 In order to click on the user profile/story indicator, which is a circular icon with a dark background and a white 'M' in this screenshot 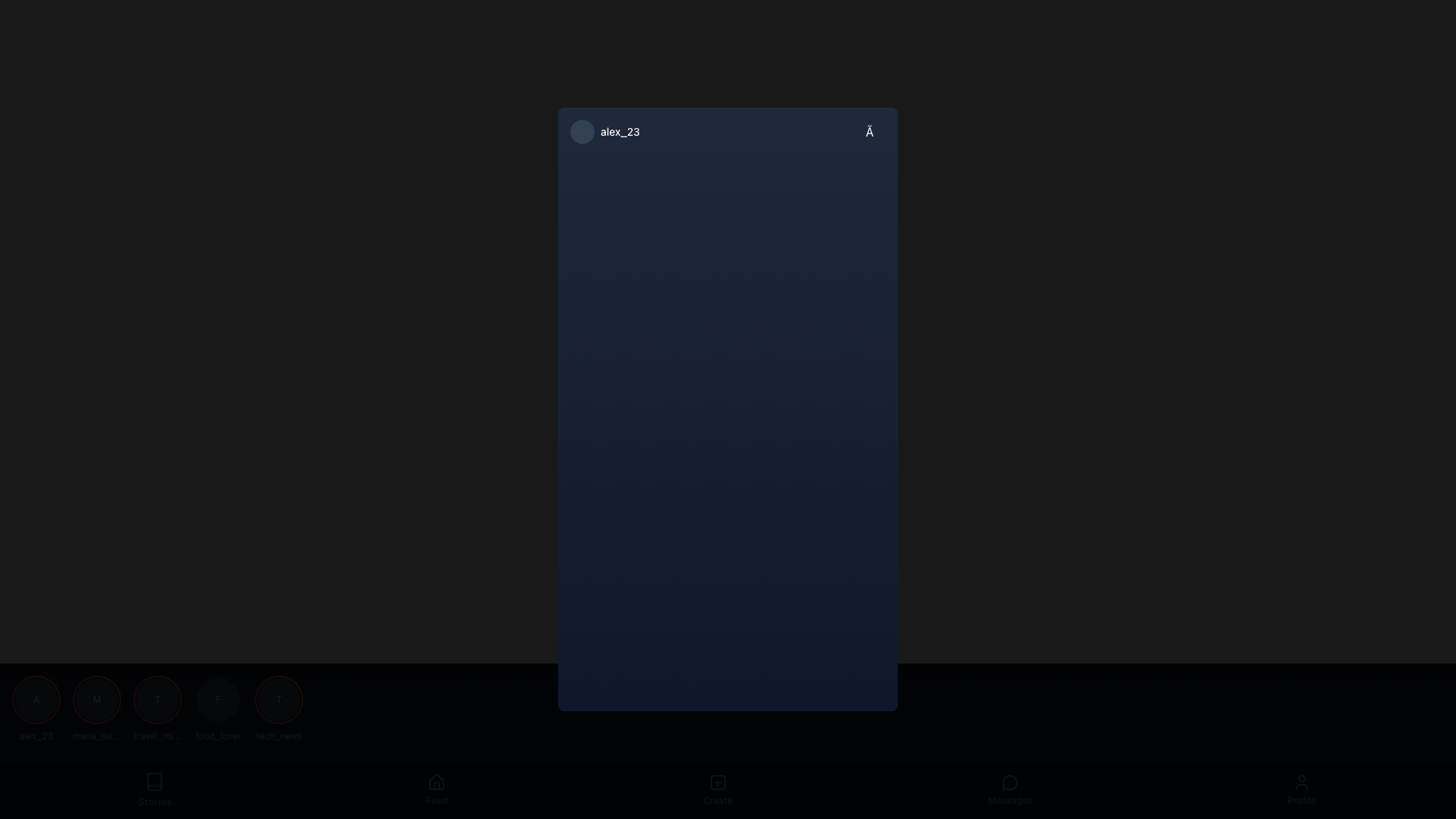, I will do `click(96, 699)`.